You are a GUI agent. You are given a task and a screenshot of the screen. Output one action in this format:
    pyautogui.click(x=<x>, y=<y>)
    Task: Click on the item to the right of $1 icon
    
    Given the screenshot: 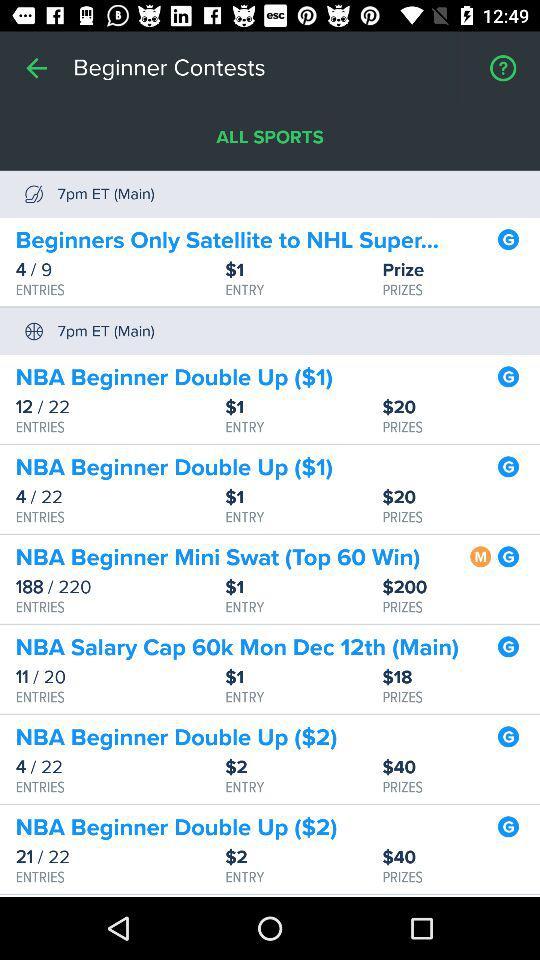 What is the action you would take?
    pyautogui.click(x=461, y=677)
    